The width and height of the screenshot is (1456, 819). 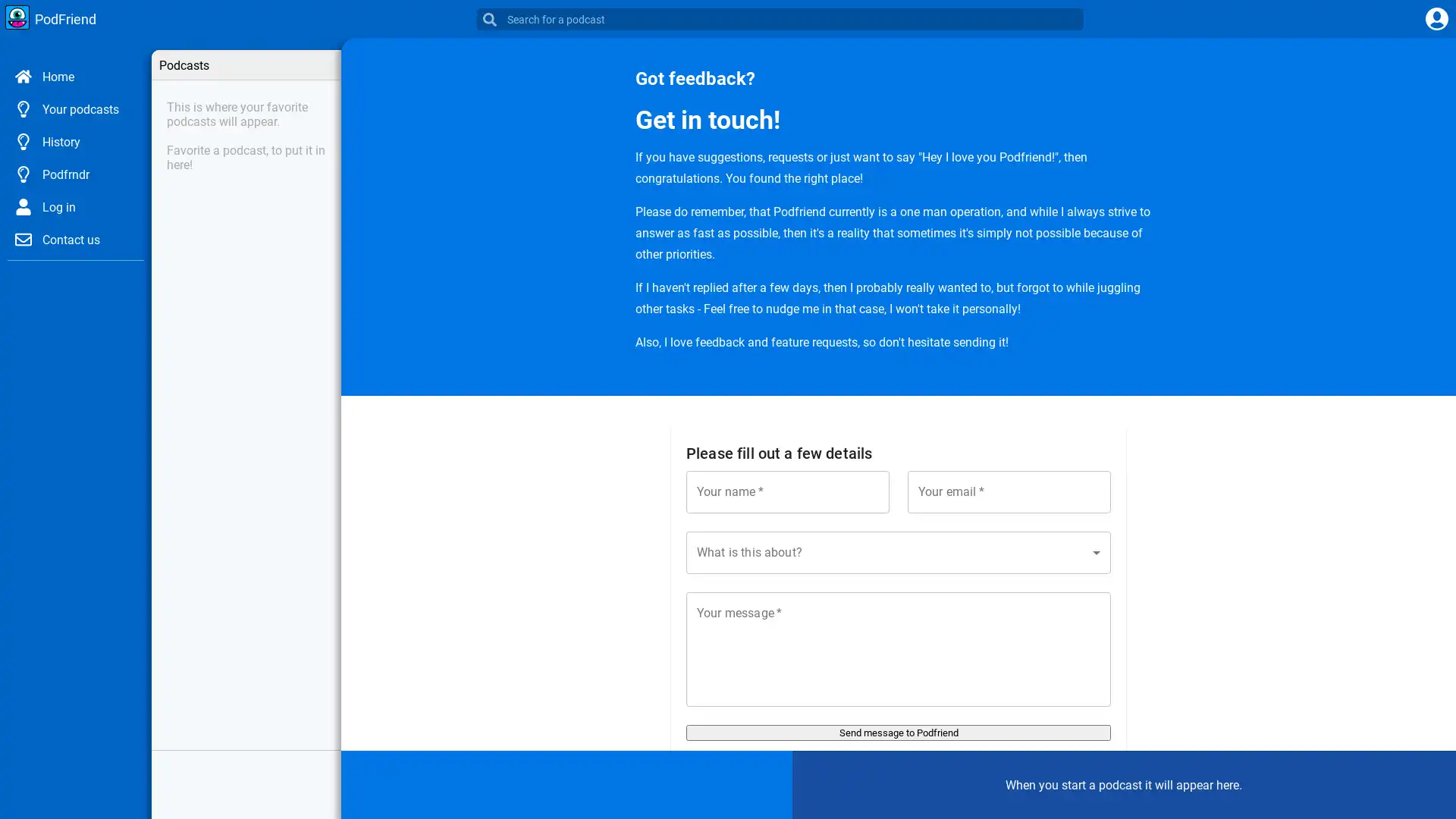 What do you see at coordinates (899, 732) in the screenshot?
I see `Send message to Podfriend` at bounding box center [899, 732].